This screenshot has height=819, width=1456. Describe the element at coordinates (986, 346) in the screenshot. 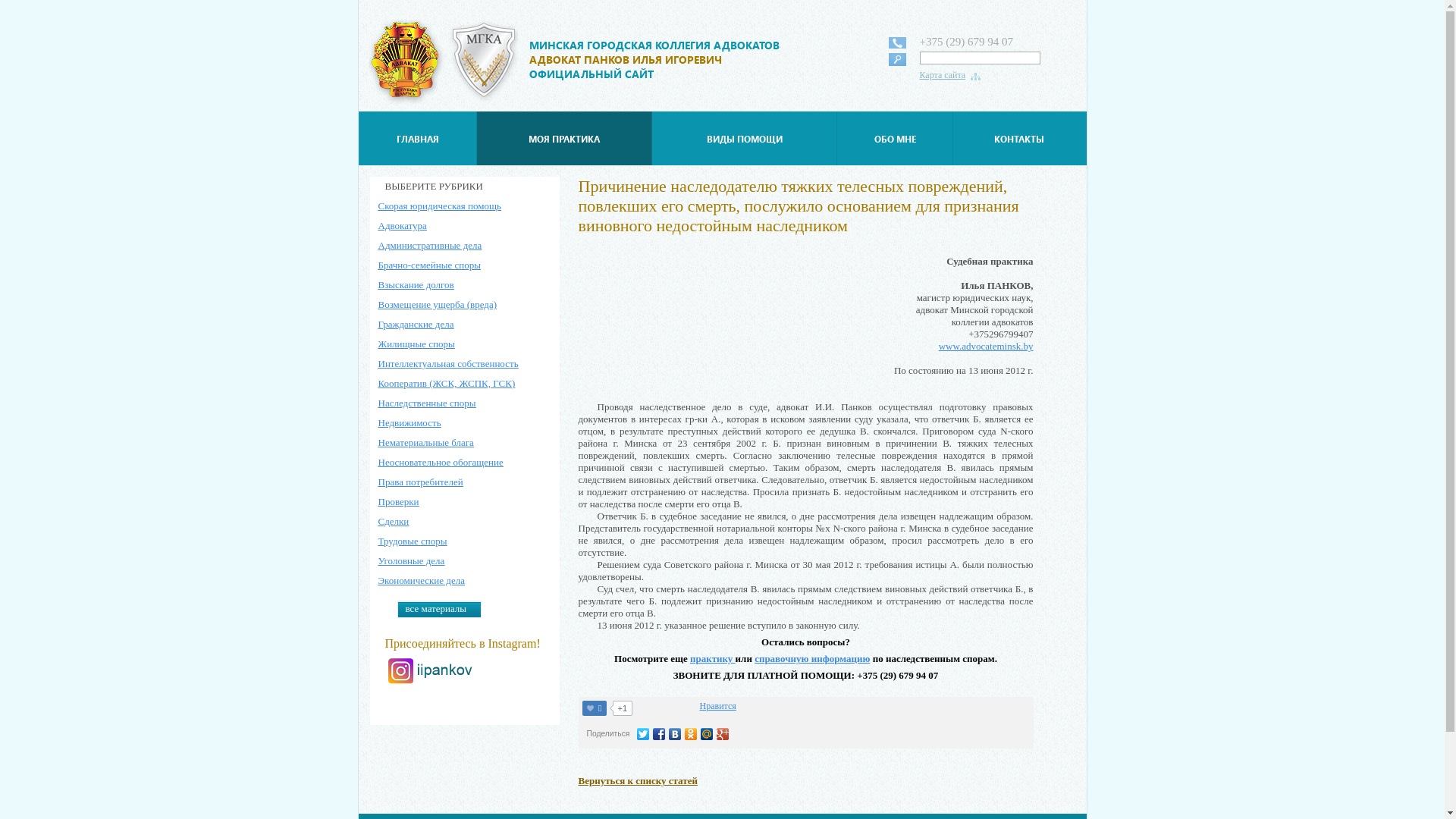

I see `'www.advocateminsk.by'` at that location.